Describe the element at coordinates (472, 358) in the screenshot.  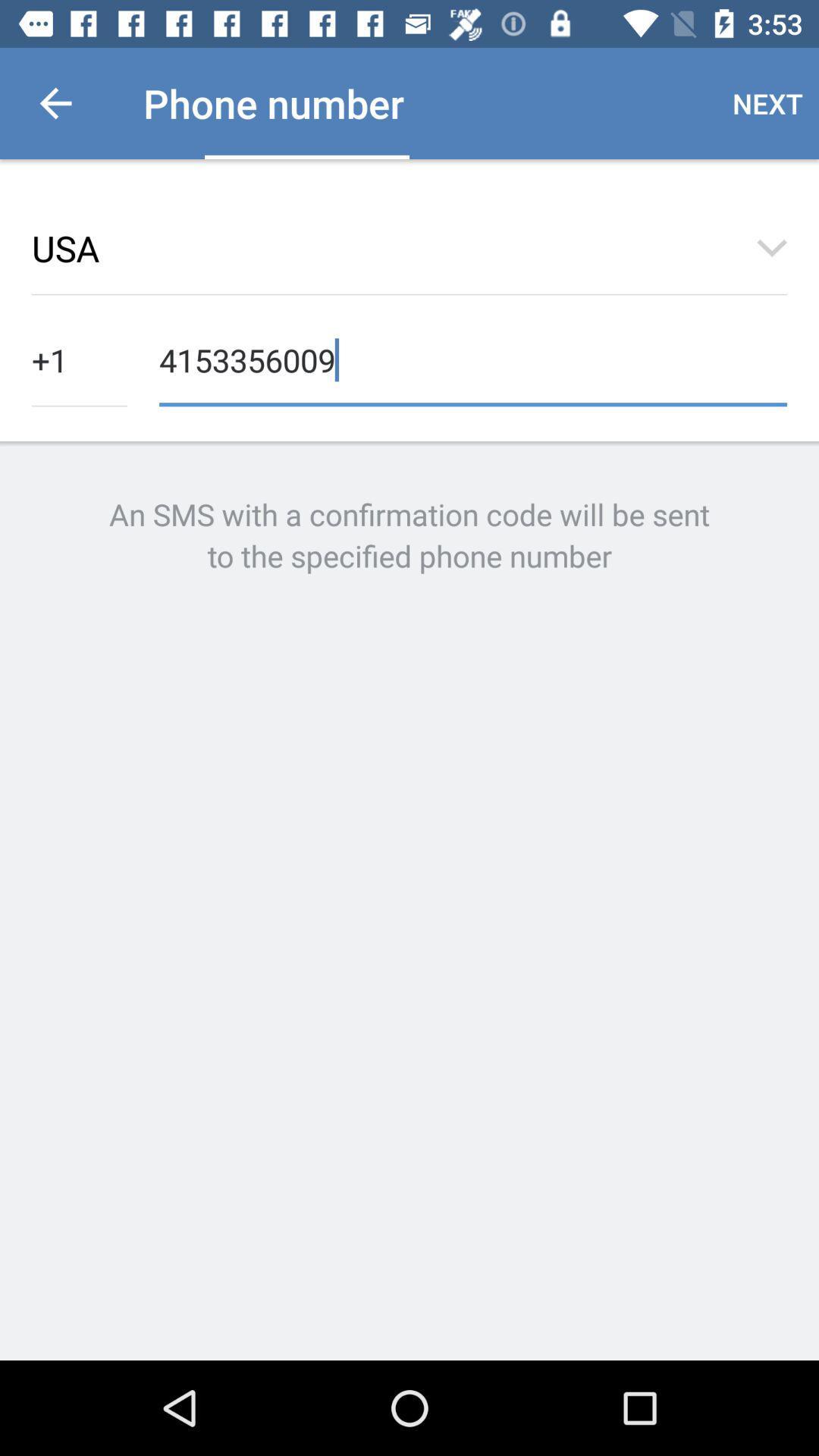
I see `the icon to the right of the +1` at that location.